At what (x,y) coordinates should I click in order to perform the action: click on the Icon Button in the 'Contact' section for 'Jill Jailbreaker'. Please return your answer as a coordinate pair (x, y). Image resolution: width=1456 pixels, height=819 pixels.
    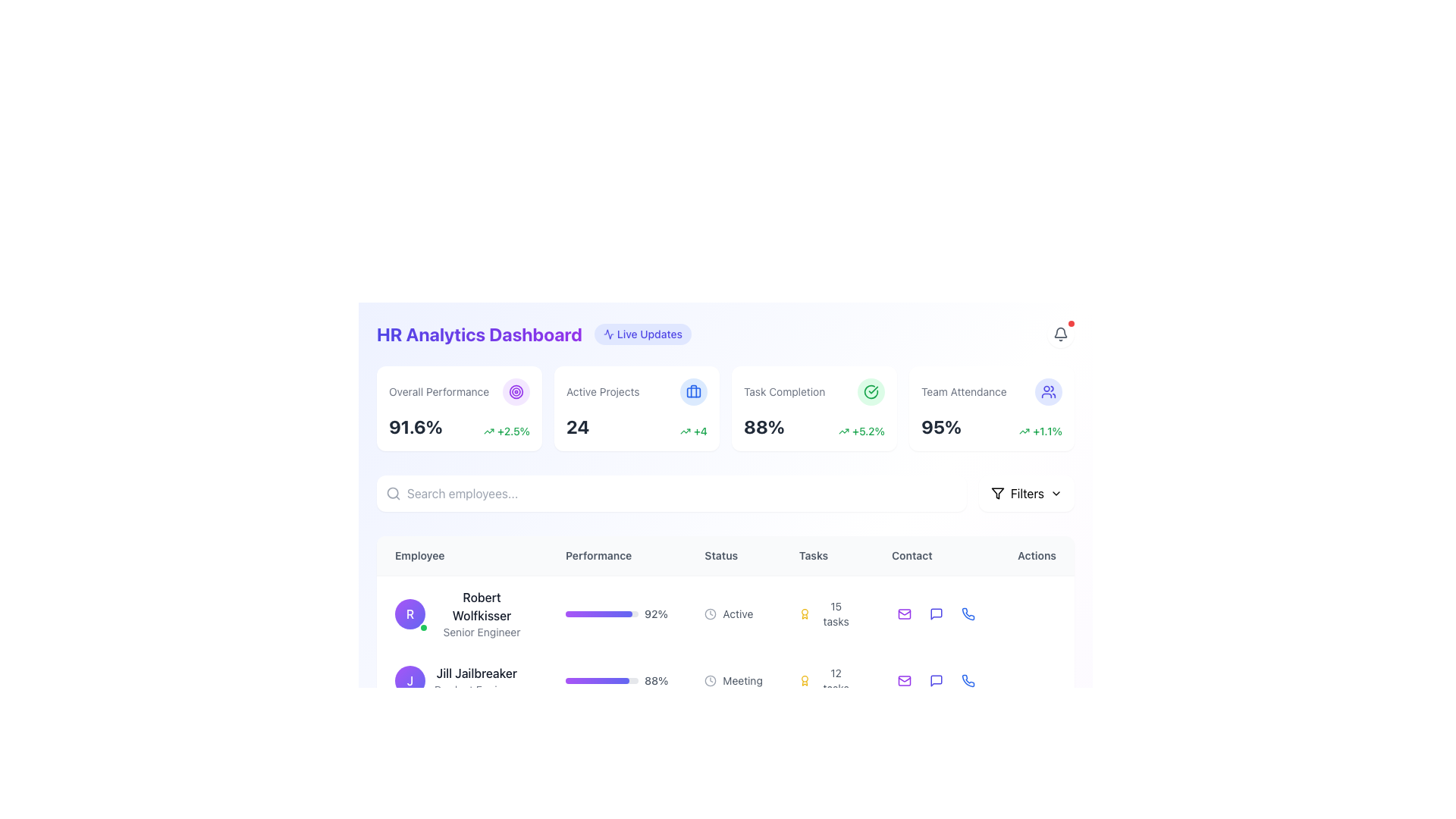
    Looking at the image, I should click on (936, 680).